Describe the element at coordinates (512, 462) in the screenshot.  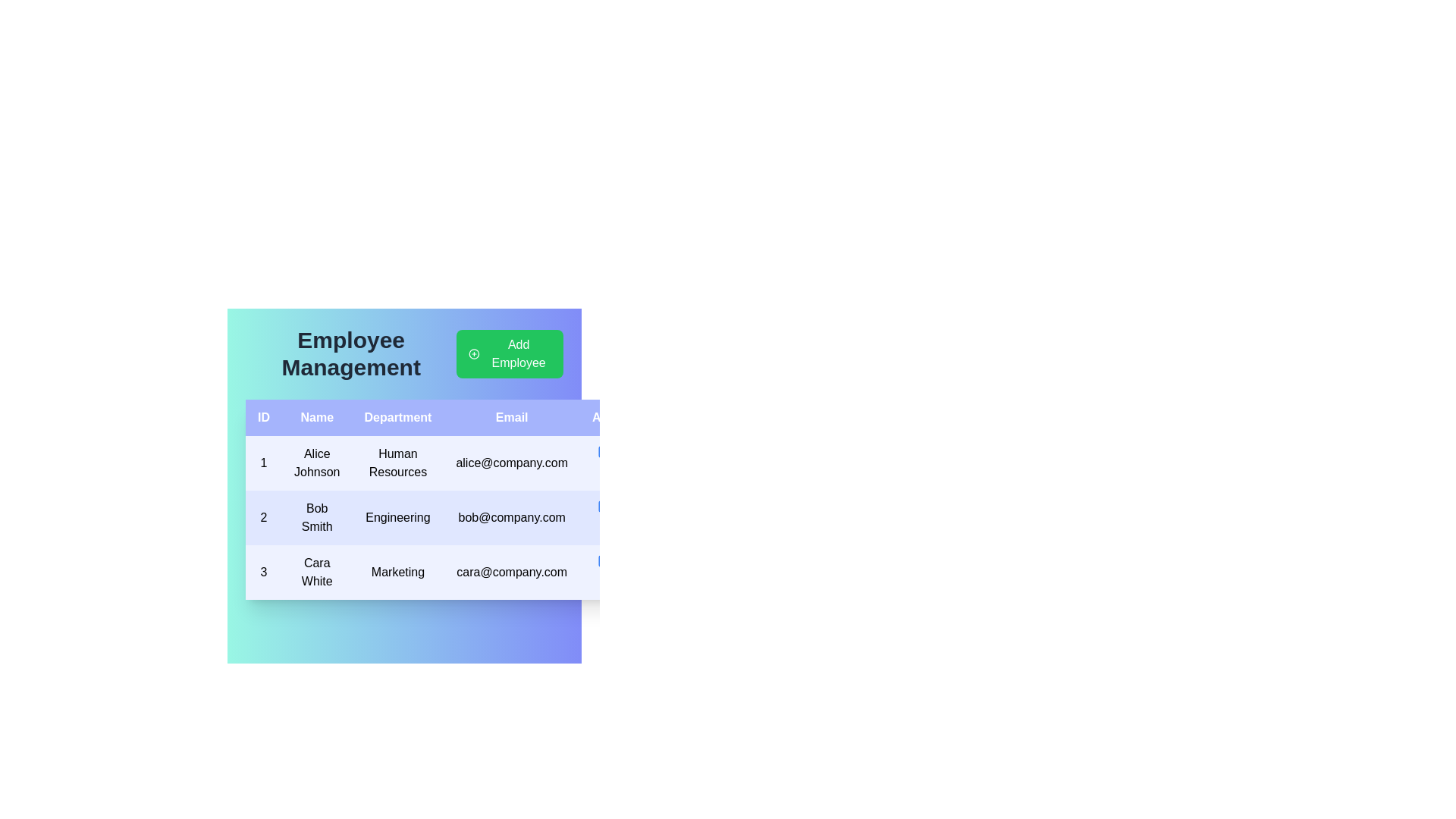
I see `the email text of employee Alice Johnson displayed in the fourth column of the employee management table` at that location.